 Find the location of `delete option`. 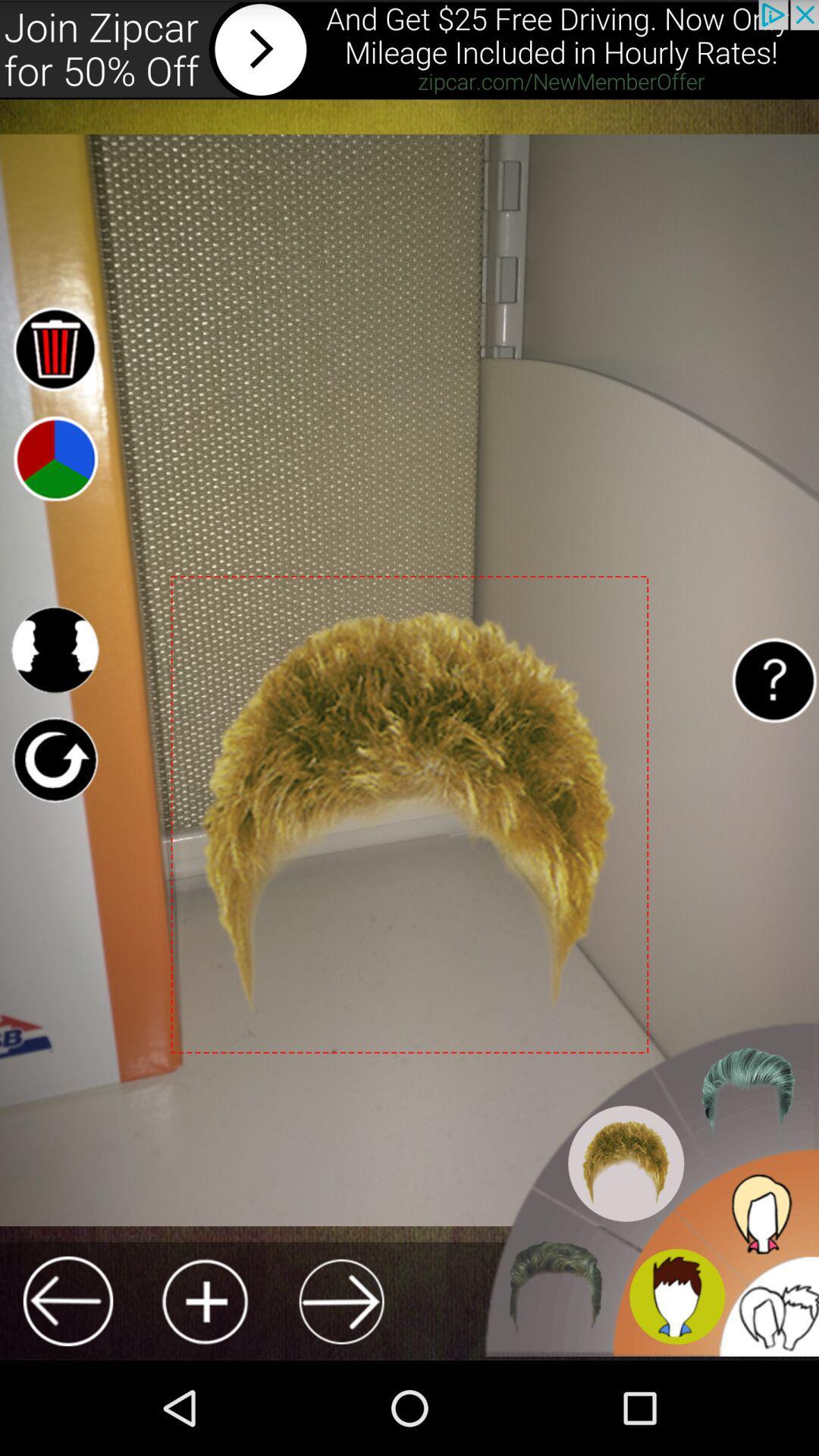

delete option is located at coordinates (54, 347).